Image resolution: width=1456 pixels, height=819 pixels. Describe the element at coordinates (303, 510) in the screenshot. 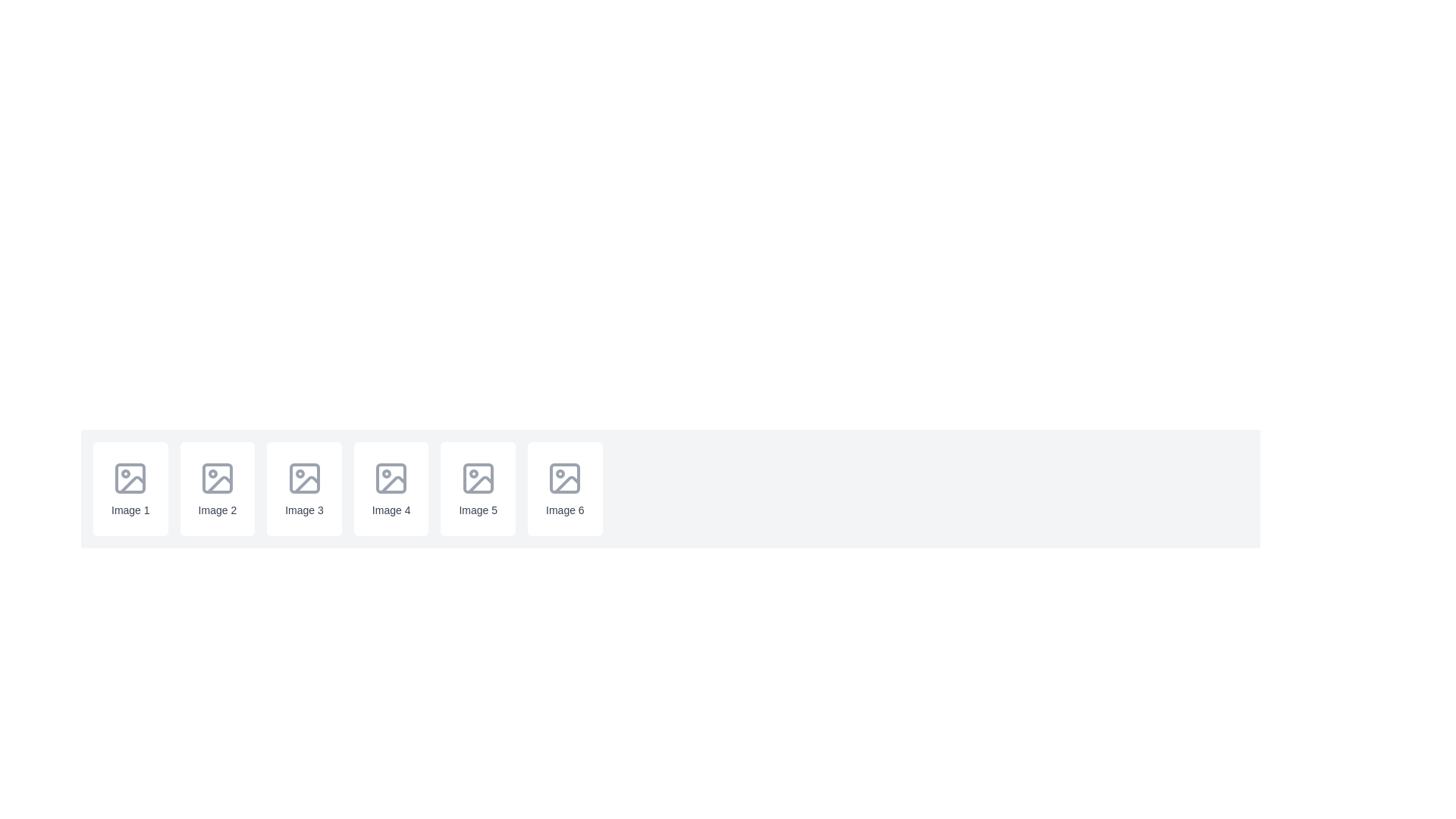

I see `the descriptive label for 'Image 3'` at that location.